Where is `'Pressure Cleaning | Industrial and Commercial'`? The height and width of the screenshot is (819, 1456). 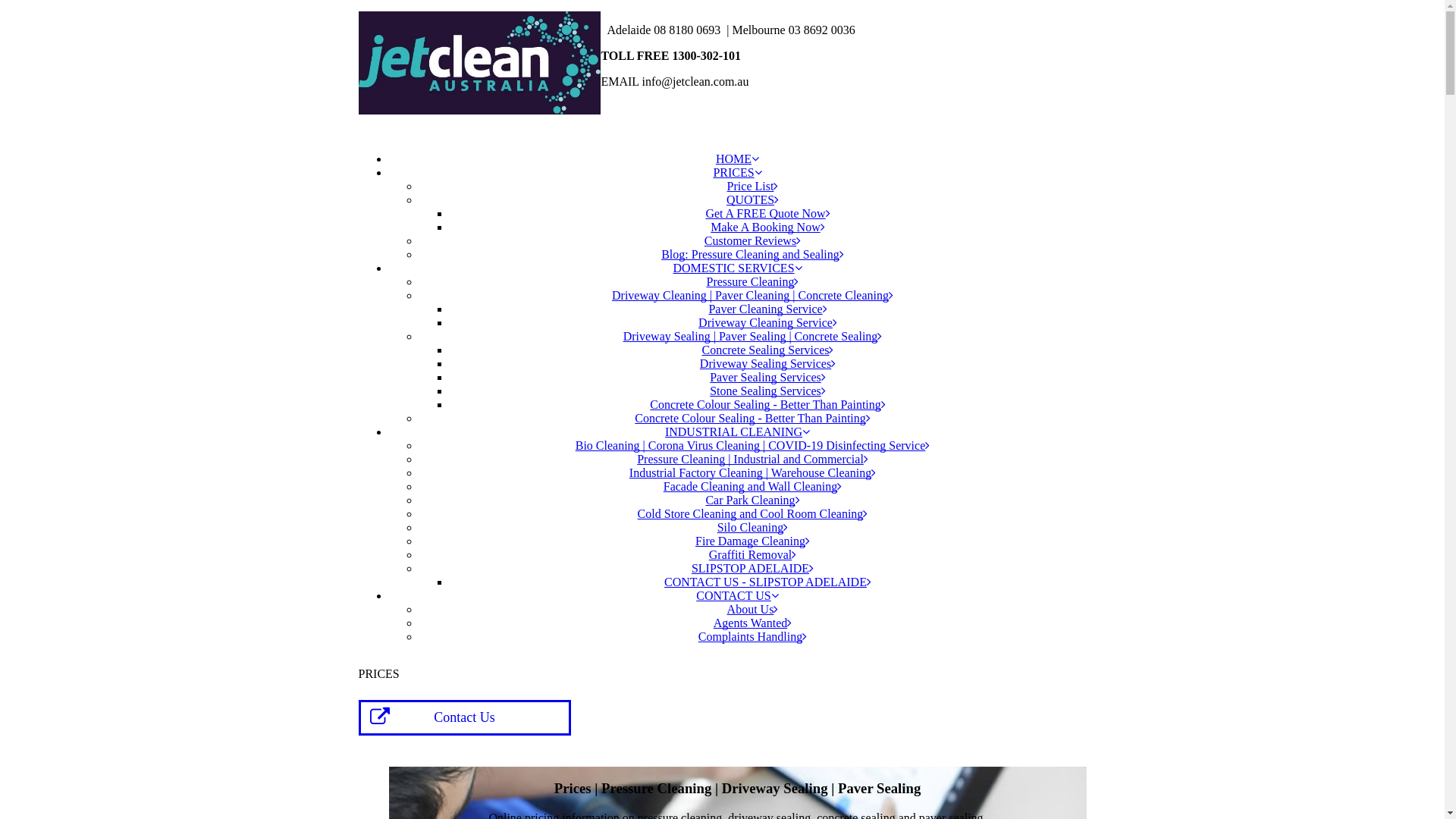
'Pressure Cleaning | Industrial and Commercial' is located at coordinates (752, 458).